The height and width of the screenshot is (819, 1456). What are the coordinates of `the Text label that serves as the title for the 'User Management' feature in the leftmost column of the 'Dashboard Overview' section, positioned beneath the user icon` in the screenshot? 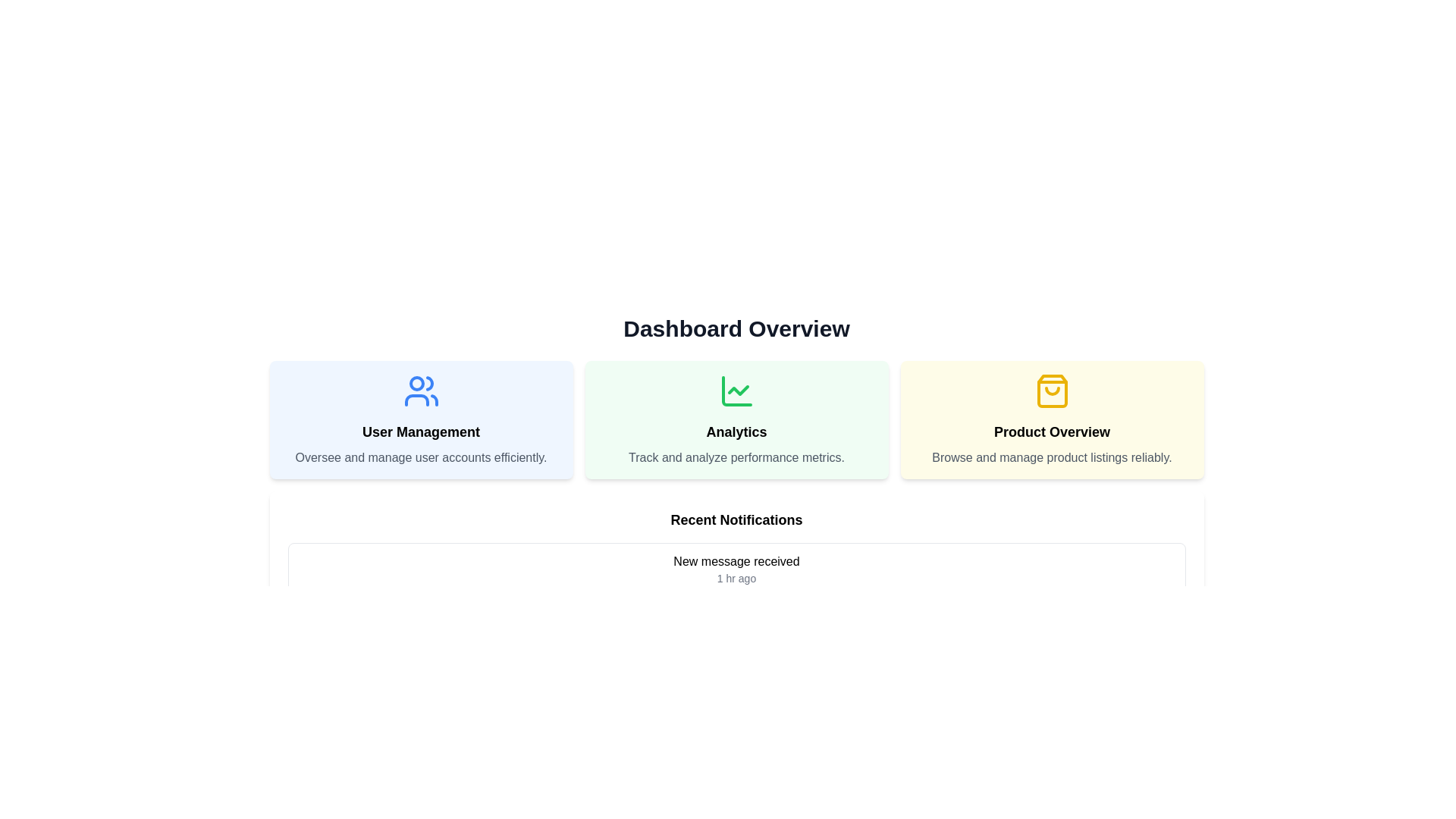 It's located at (421, 432).